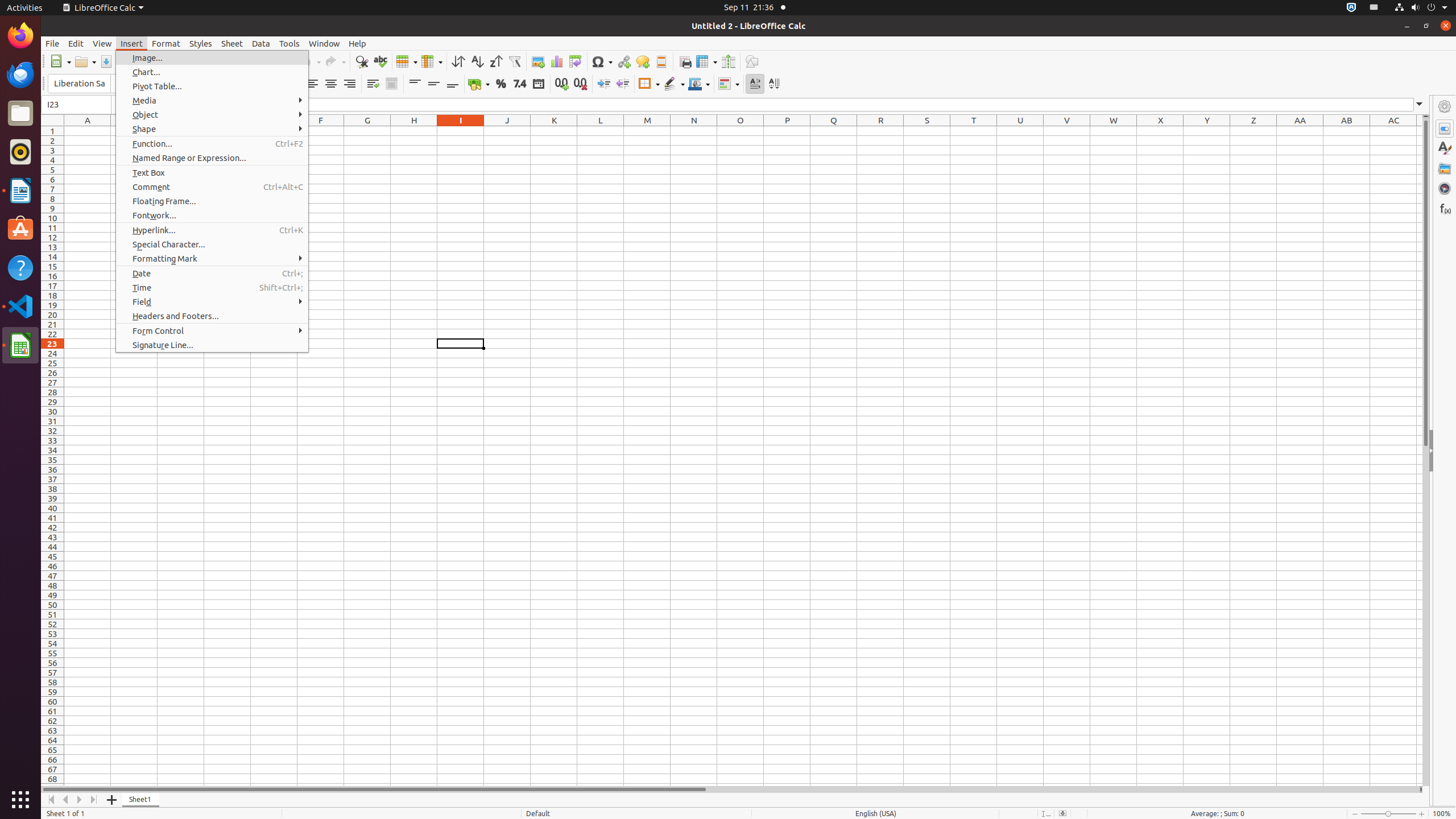 The height and width of the screenshot is (819, 1456). What do you see at coordinates (693, 130) in the screenshot?
I see `'N1'` at bounding box center [693, 130].